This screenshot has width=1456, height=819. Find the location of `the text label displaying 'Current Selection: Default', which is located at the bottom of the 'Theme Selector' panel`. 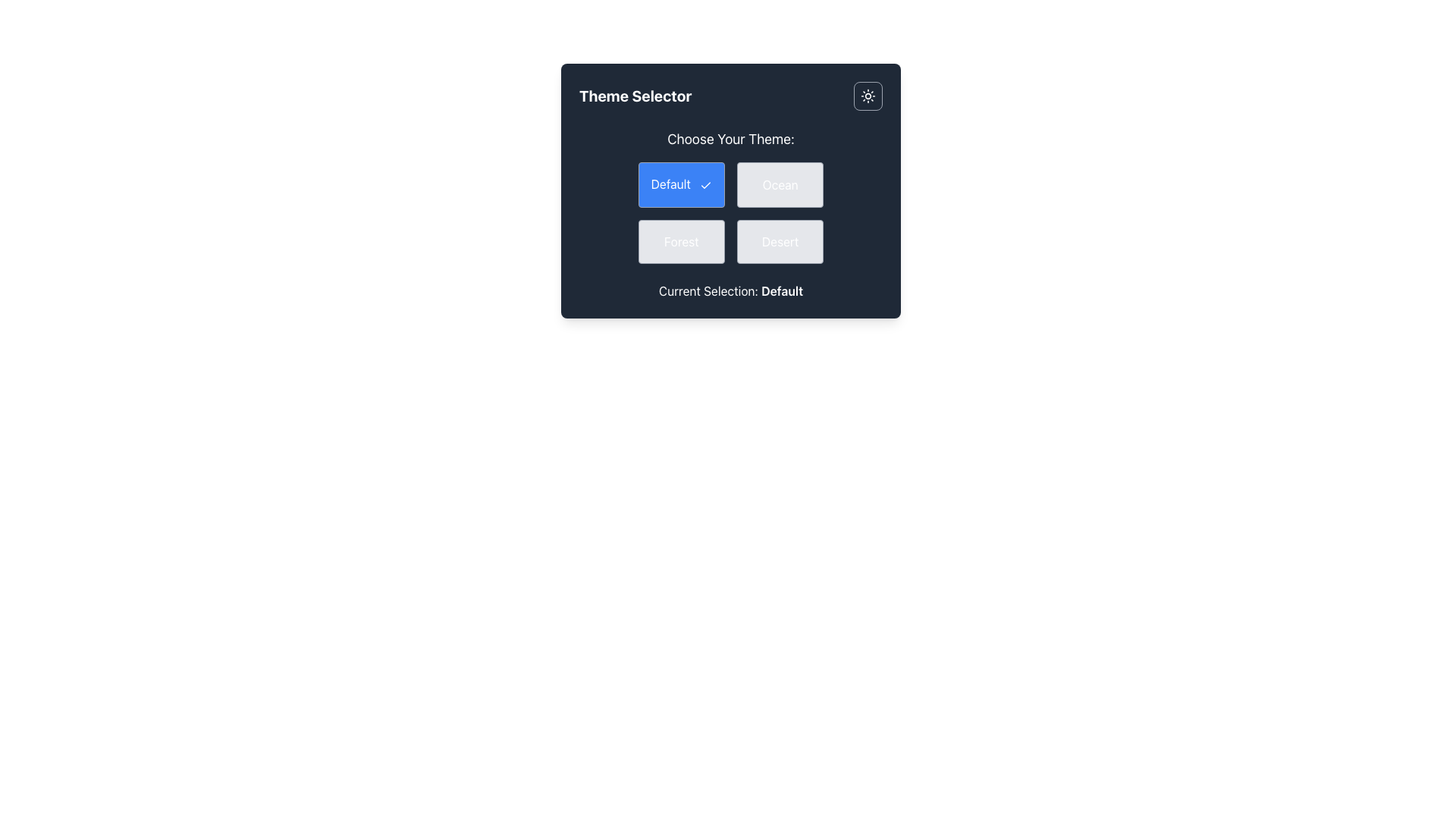

the text label displaying 'Current Selection: Default', which is located at the bottom of the 'Theme Selector' panel is located at coordinates (731, 290).